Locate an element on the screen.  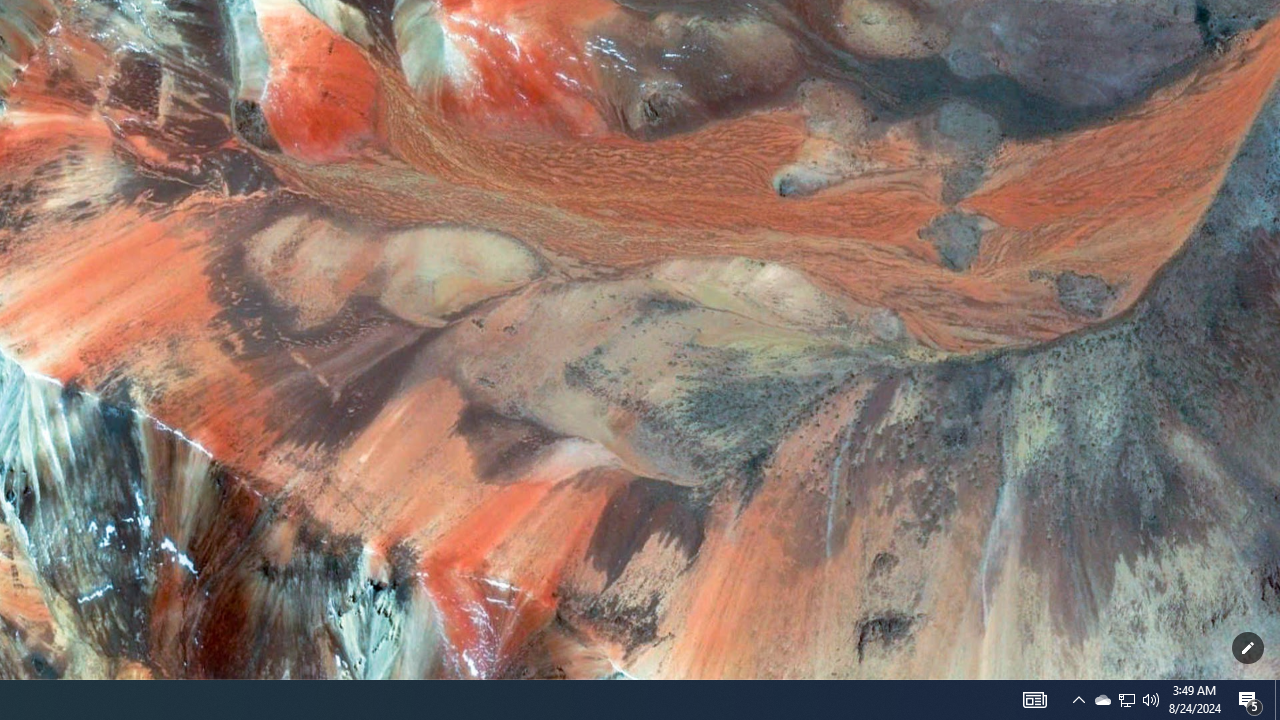
'Customize this page' is located at coordinates (1247, 648).